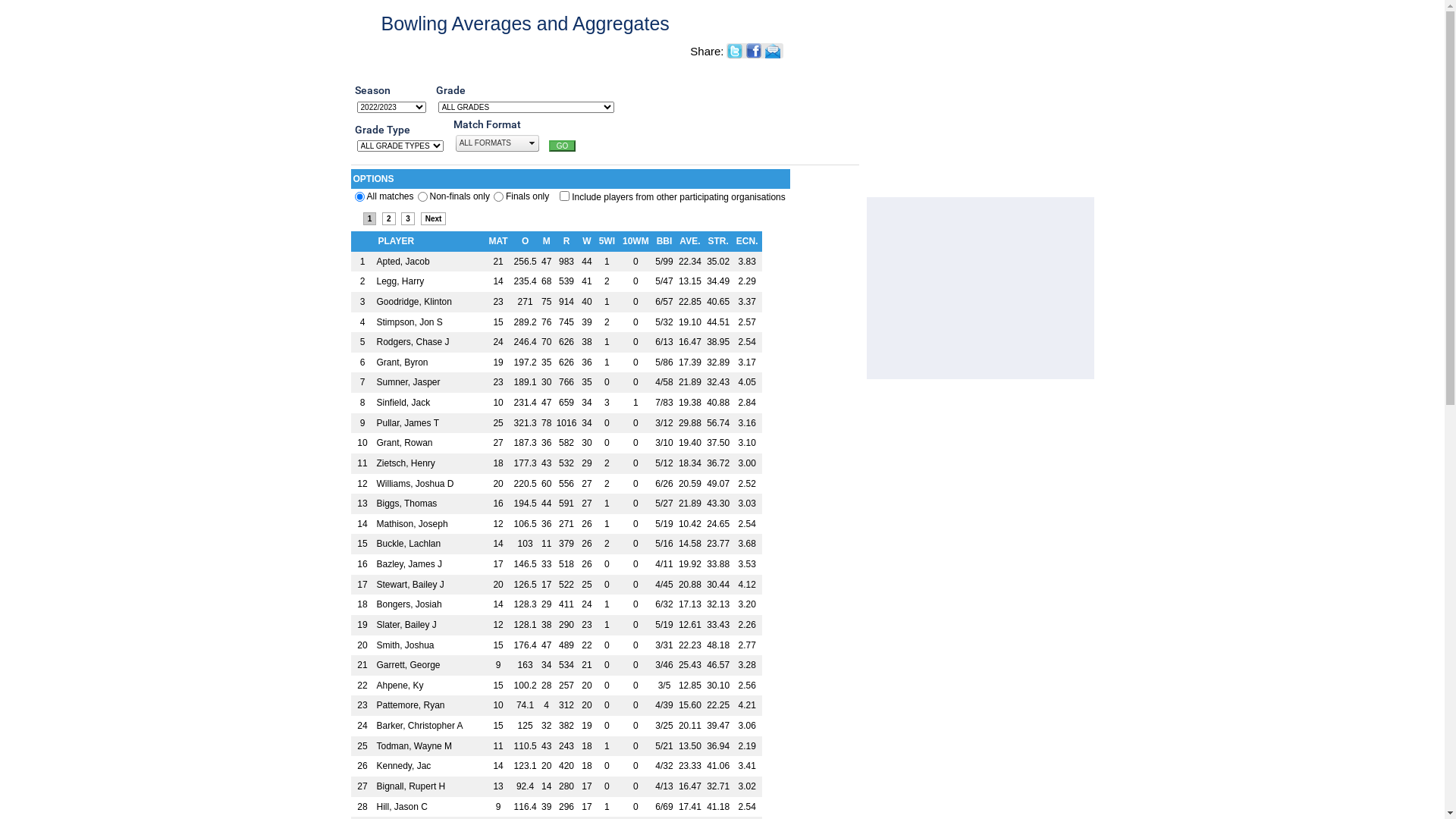 This screenshot has height=819, width=1456. What do you see at coordinates (532, 143) in the screenshot?
I see `'select'` at bounding box center [532, 143].